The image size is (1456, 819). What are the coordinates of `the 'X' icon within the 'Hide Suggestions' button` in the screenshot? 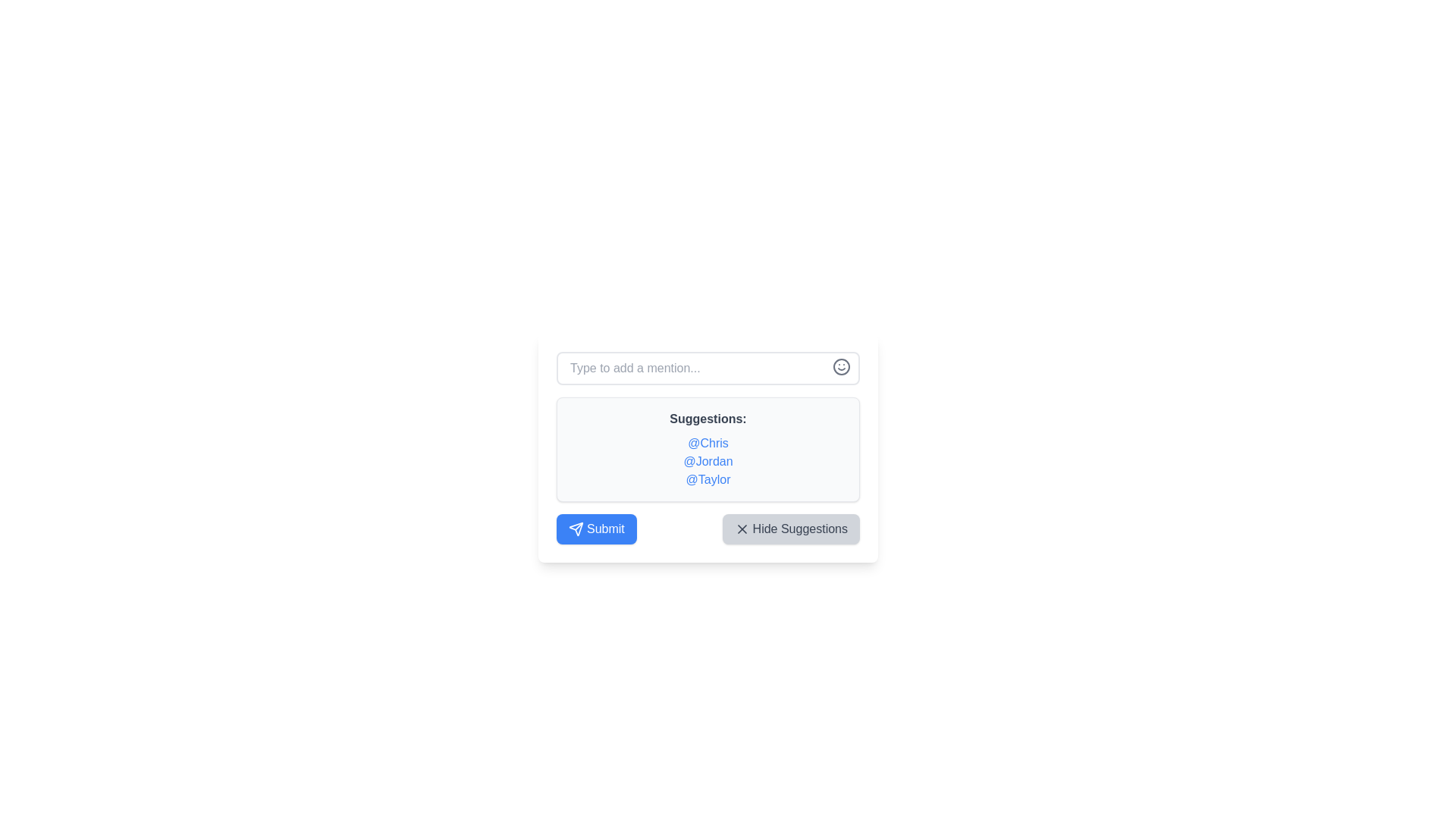 It's located at (742, 529).